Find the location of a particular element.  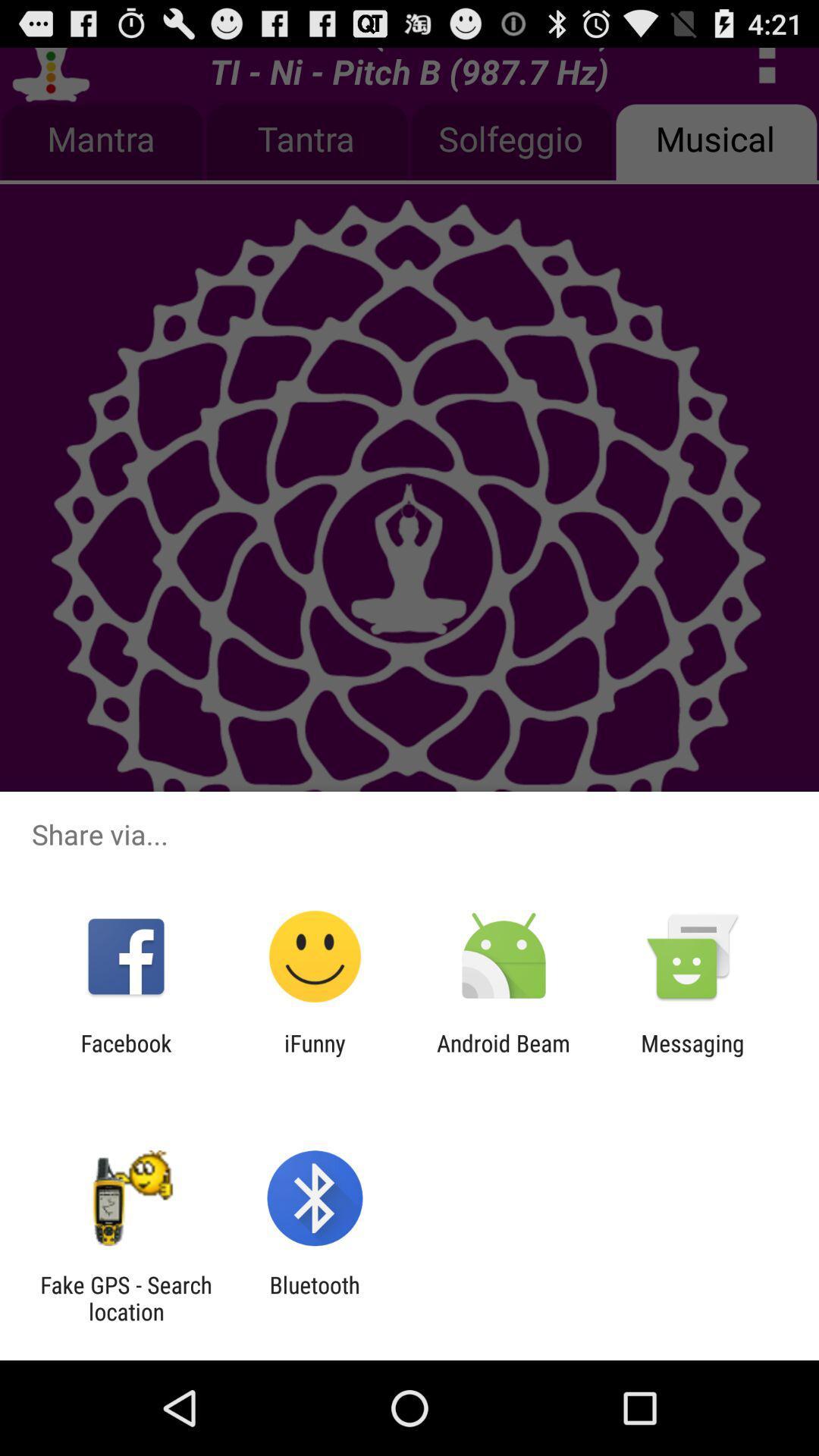

app next to android beam app is located at coordinates (314, 1056).